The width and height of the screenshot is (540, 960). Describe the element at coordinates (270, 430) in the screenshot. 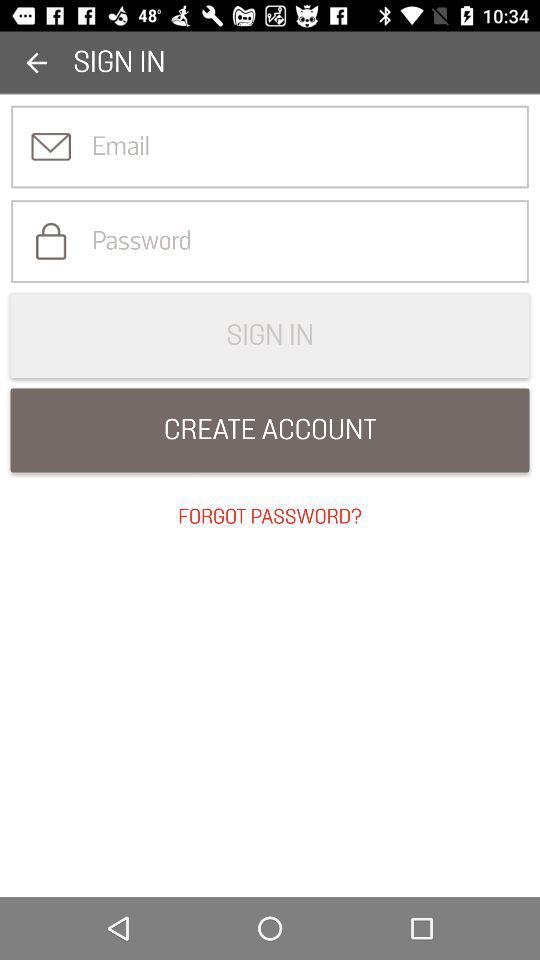

I see `create account` at that location.